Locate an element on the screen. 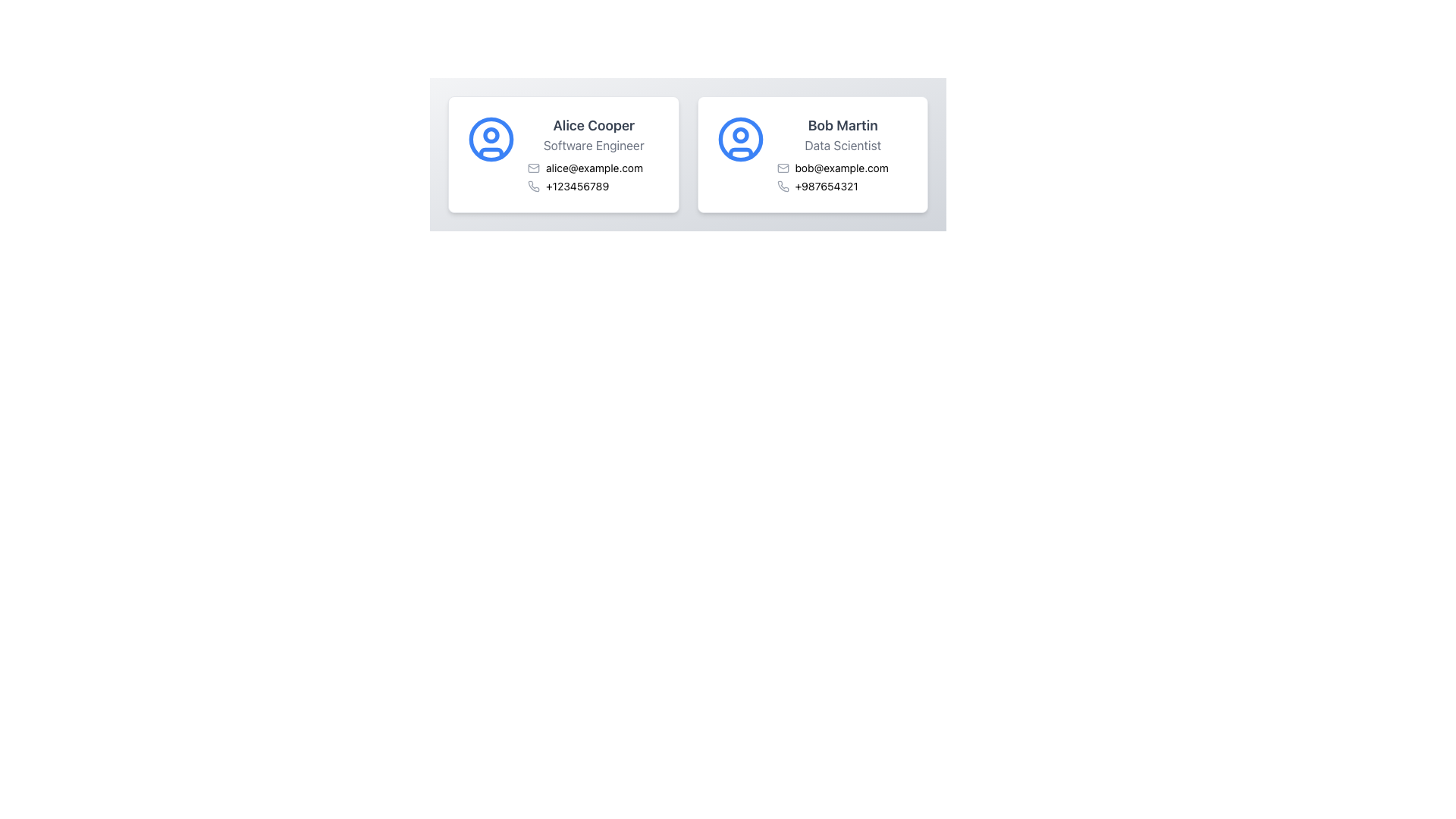 This screenshot has width=1456, height=819. the label that describes the job role associated with 'Alice Cooper', located in the left profile card, directly below the name is located at coordinates (593, 146).